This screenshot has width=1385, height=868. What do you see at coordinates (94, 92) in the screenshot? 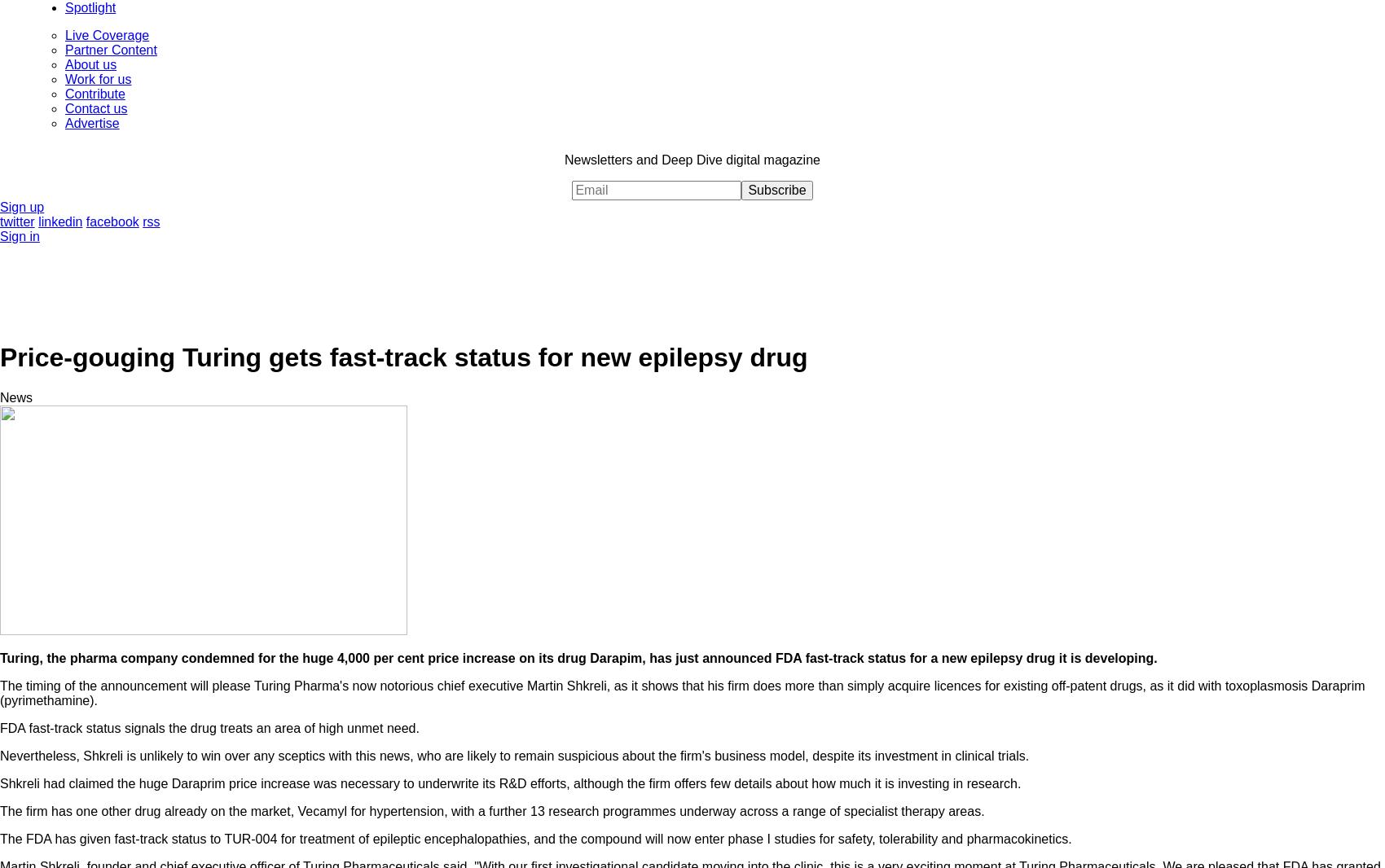
I see `'Contribute'` at bounding box center [94, 92].